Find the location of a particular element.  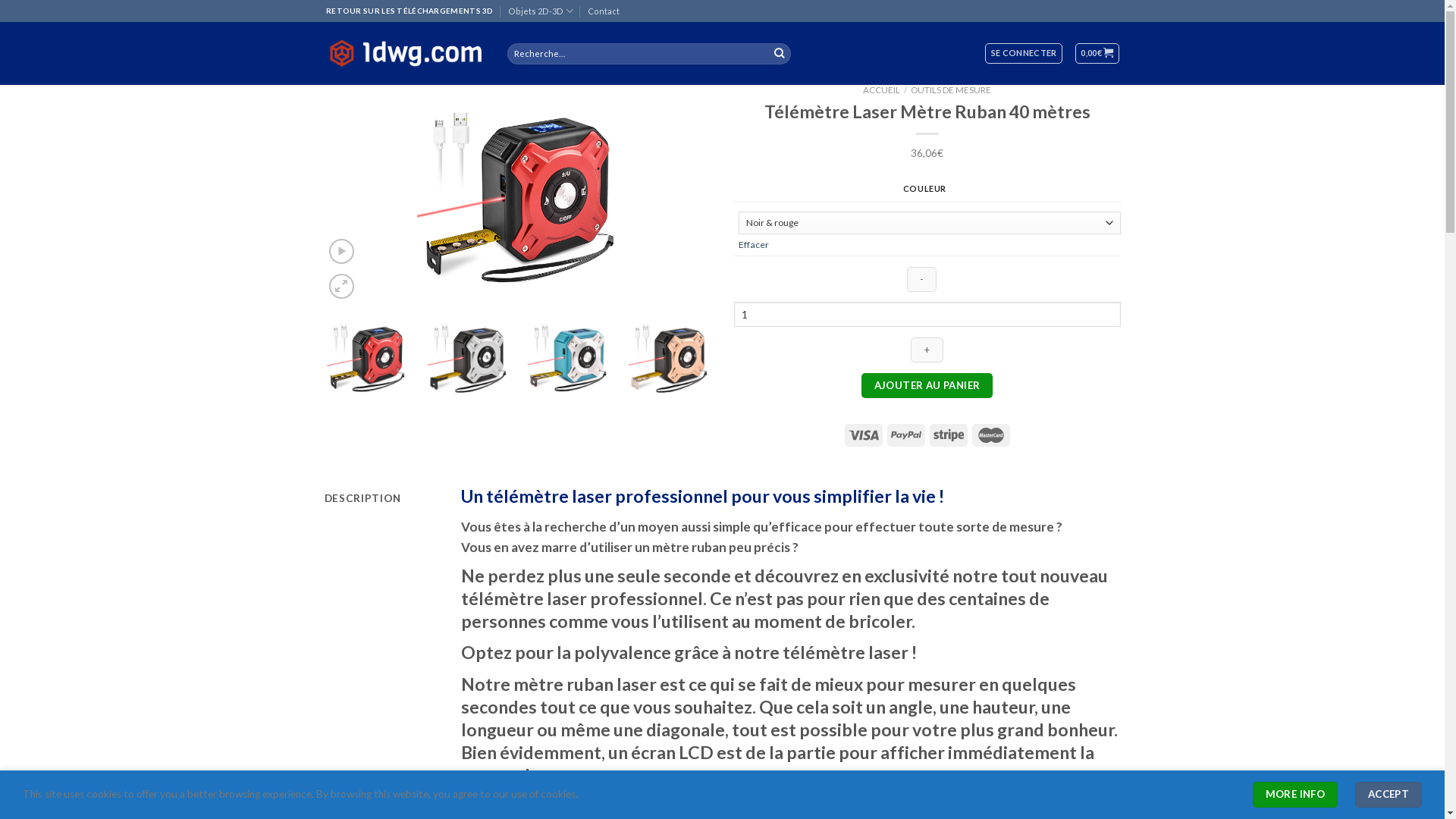

'MORE INFO' is located at coordinates (1294, 794).